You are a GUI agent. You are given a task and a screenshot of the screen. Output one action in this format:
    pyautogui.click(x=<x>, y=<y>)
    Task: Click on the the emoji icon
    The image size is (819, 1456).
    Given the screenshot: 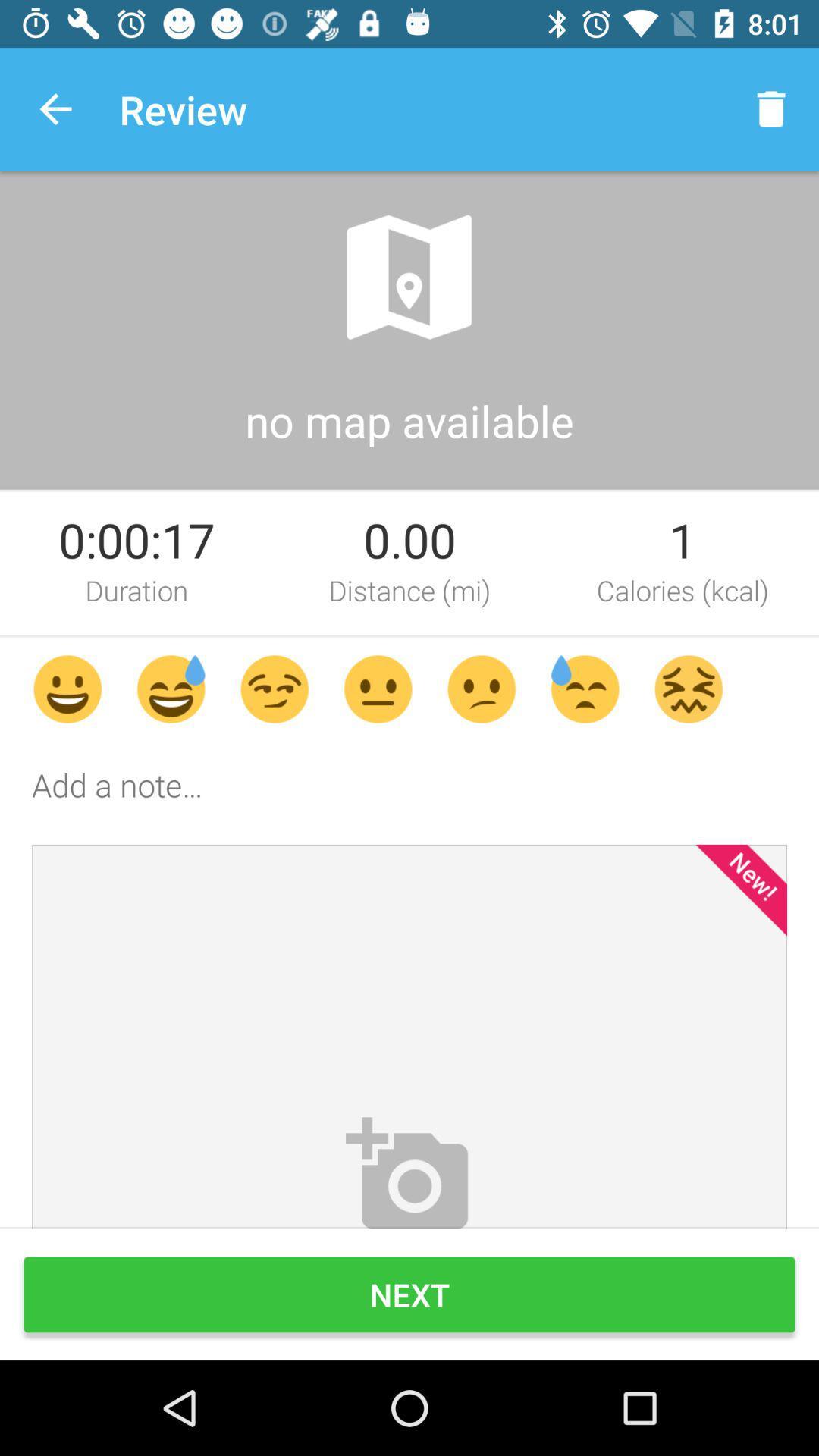 What is the action you would take?
    pyautogui.click(x=67, y=688)
    